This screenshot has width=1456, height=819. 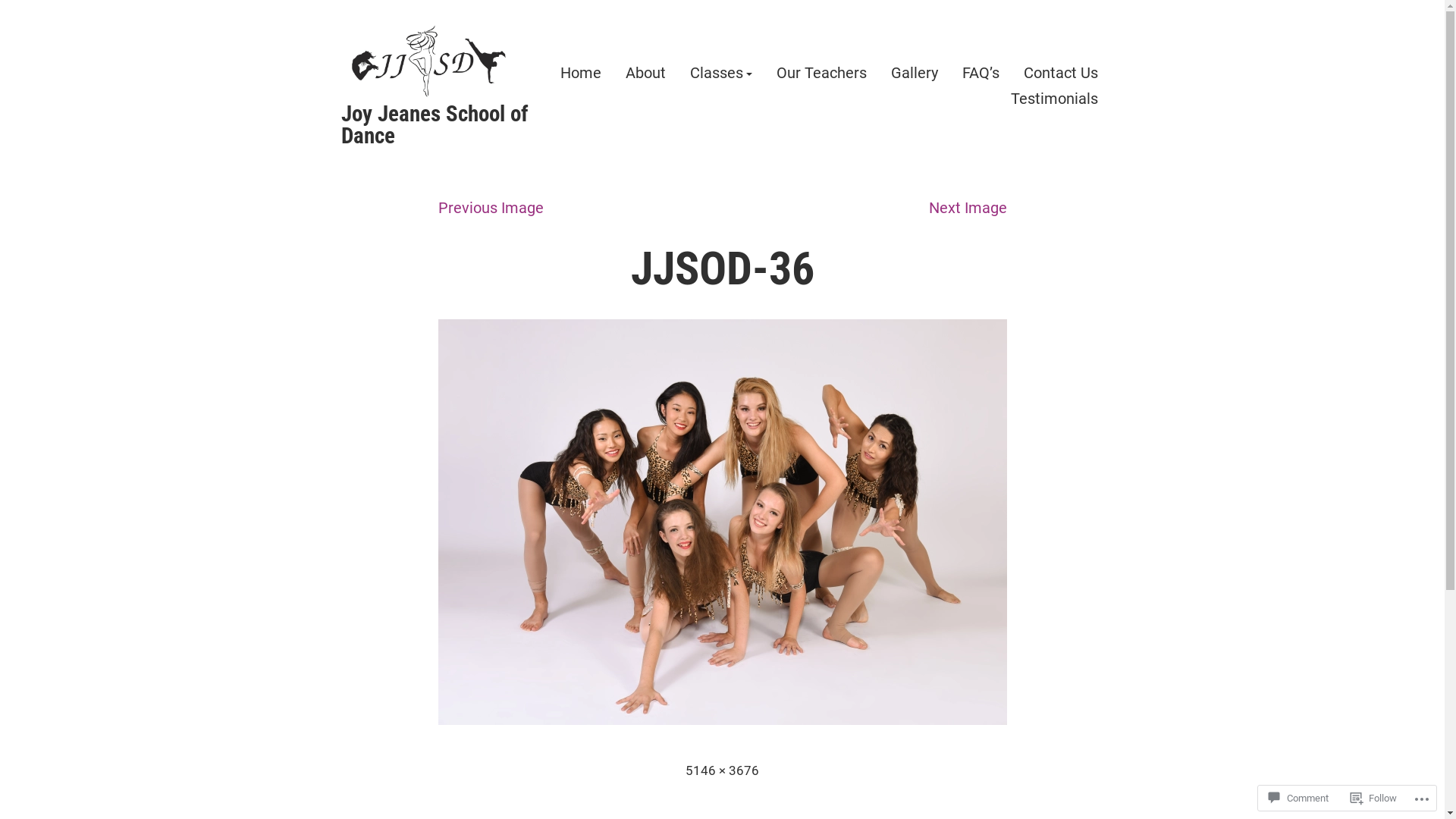 I want to click on 'Our Teachers', so click(x=821, y=73).